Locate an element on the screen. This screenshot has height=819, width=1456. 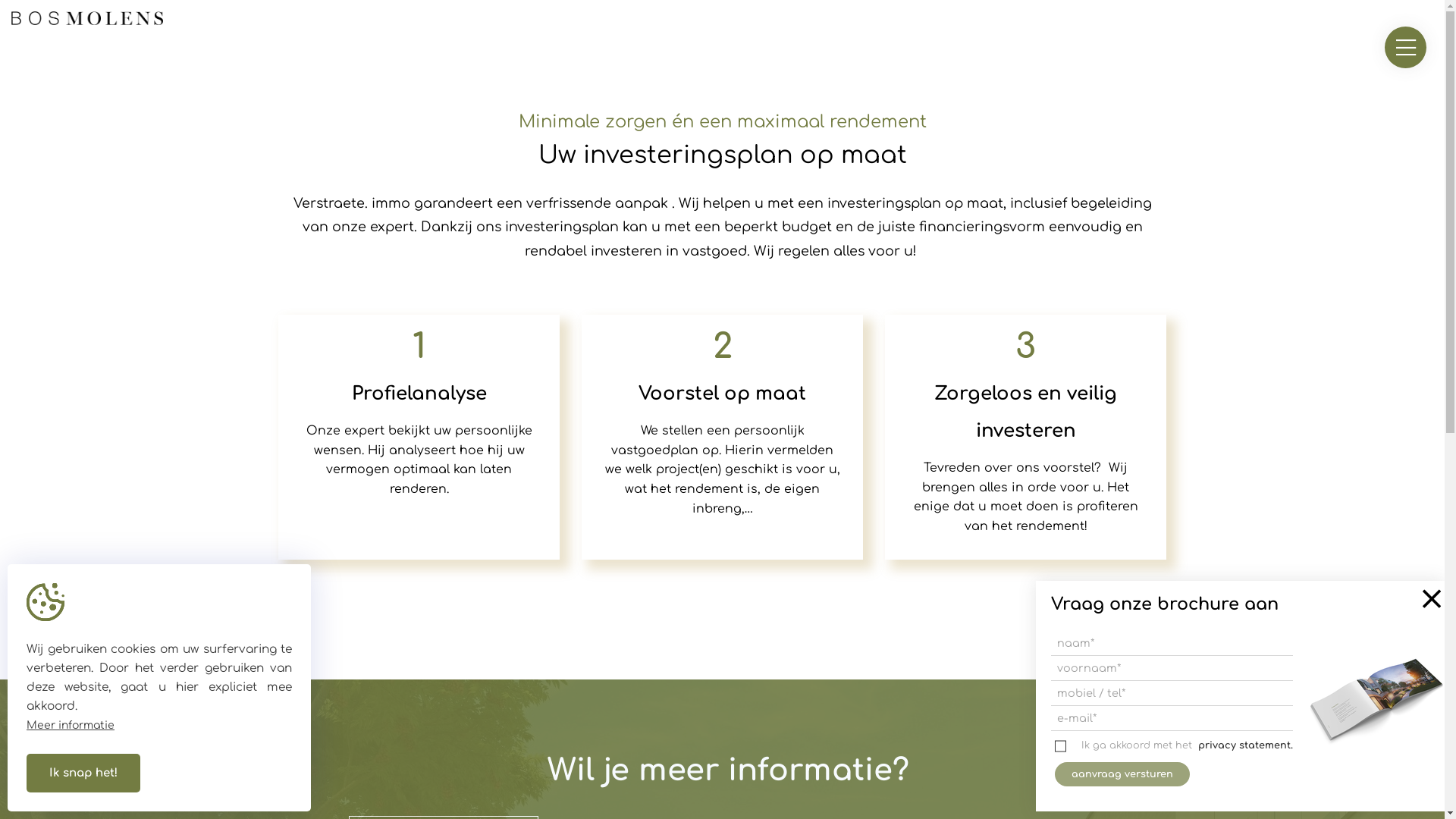
'privacy statement.' is located at coordinates (1245, 745).